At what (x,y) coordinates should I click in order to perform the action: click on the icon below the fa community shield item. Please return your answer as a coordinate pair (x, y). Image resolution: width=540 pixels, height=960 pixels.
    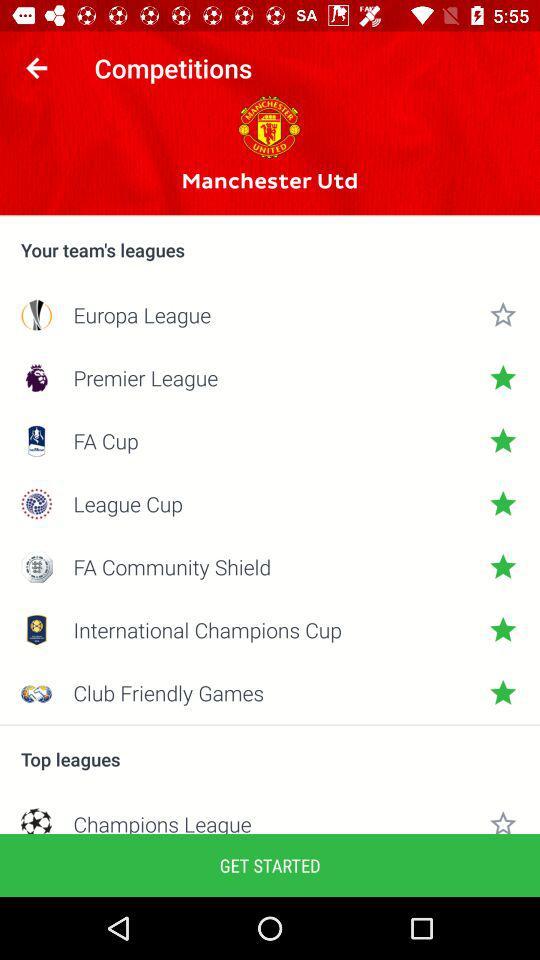
    Looking at the image, I should click on (270, 628).